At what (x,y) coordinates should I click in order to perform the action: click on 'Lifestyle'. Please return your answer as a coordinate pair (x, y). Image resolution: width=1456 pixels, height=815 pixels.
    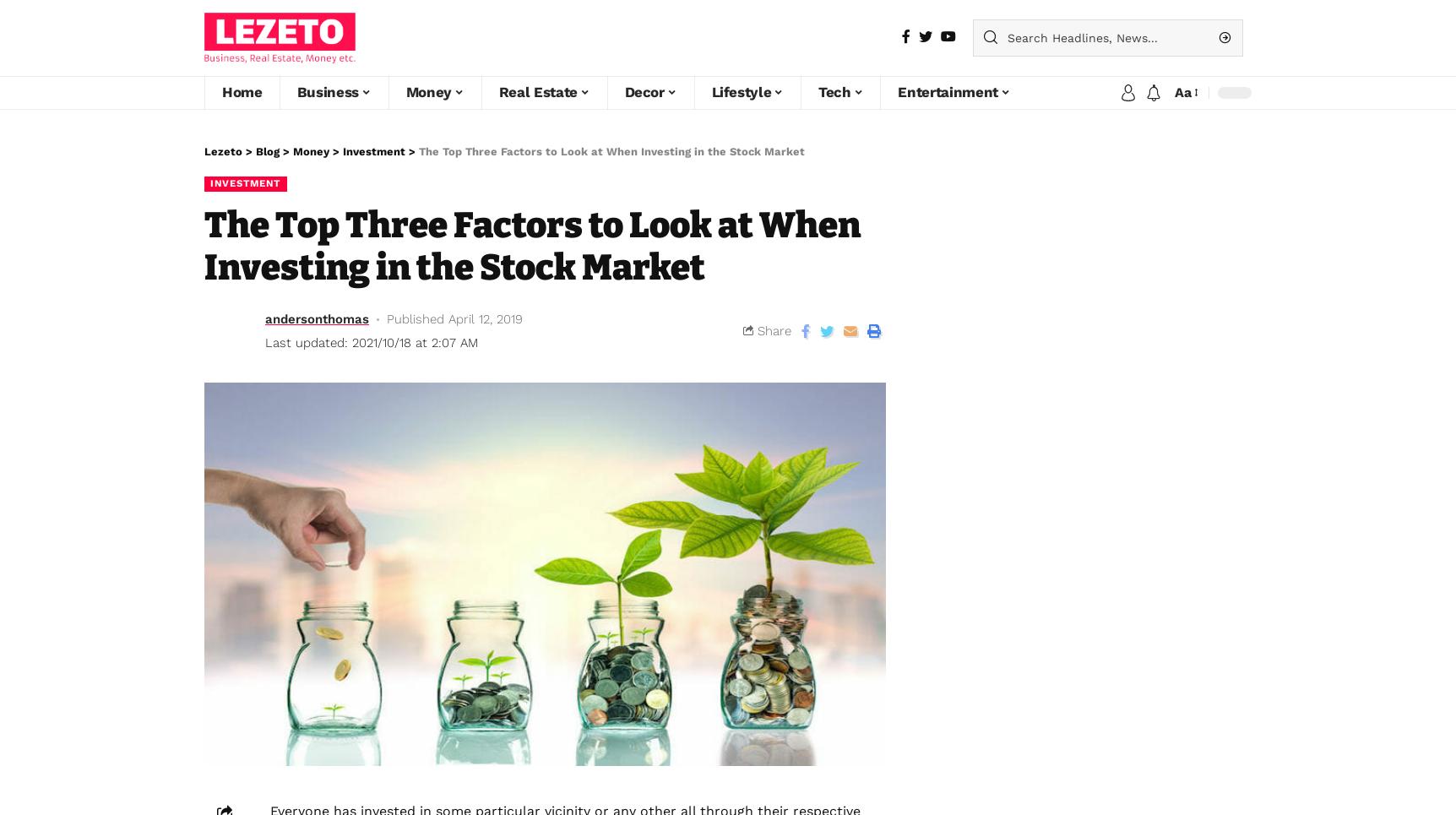
    Looking at the image, I should click on (741, 91).